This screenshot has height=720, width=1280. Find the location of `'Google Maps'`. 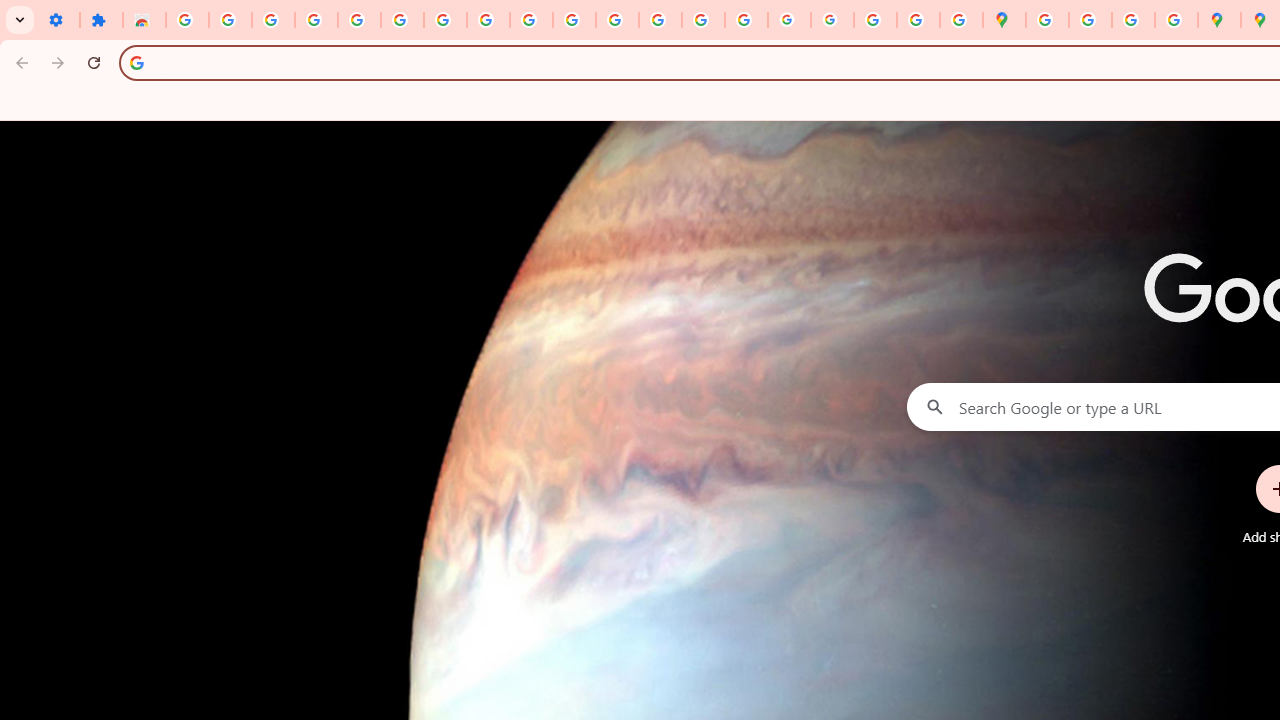

'Google Maps' is located at coordinates (1004, 20).